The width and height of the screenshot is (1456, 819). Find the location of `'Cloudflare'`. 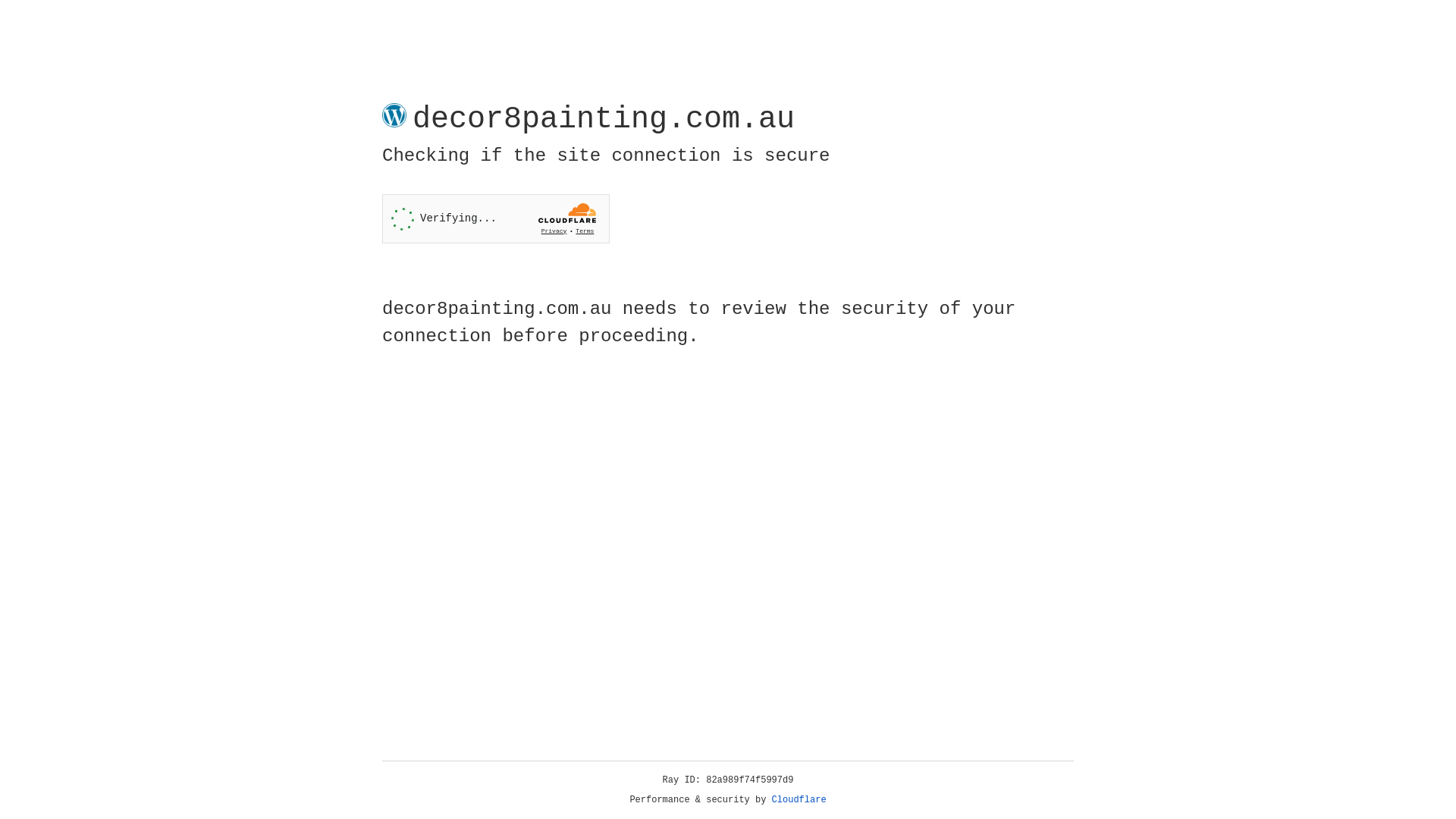

'Cloudflare' is located at coordinates (799, 799).